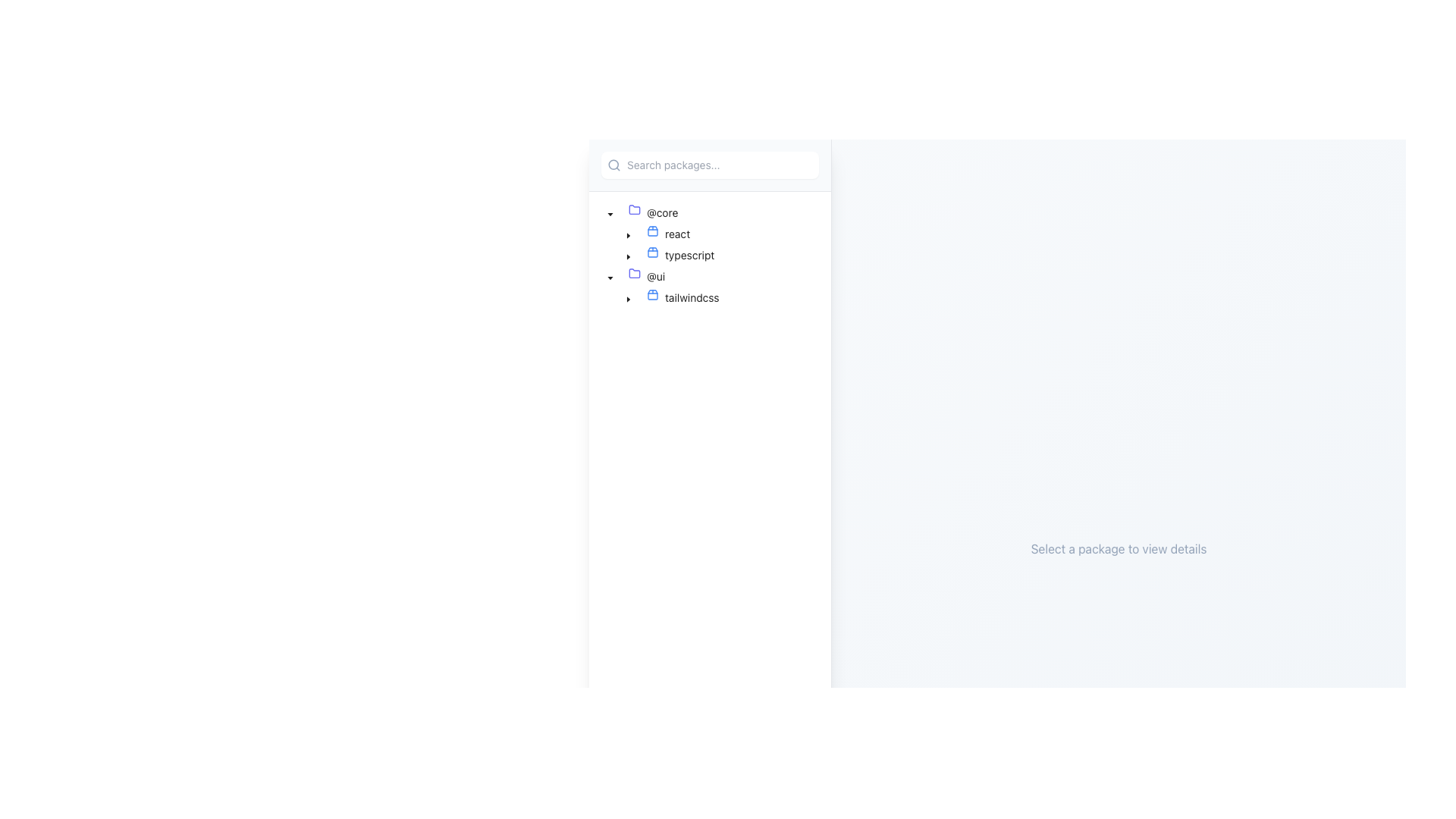  I want to click on the vertical indentation marker element to the left of the 'react' tree item in the file hierarchy interface, so click(610, 234).